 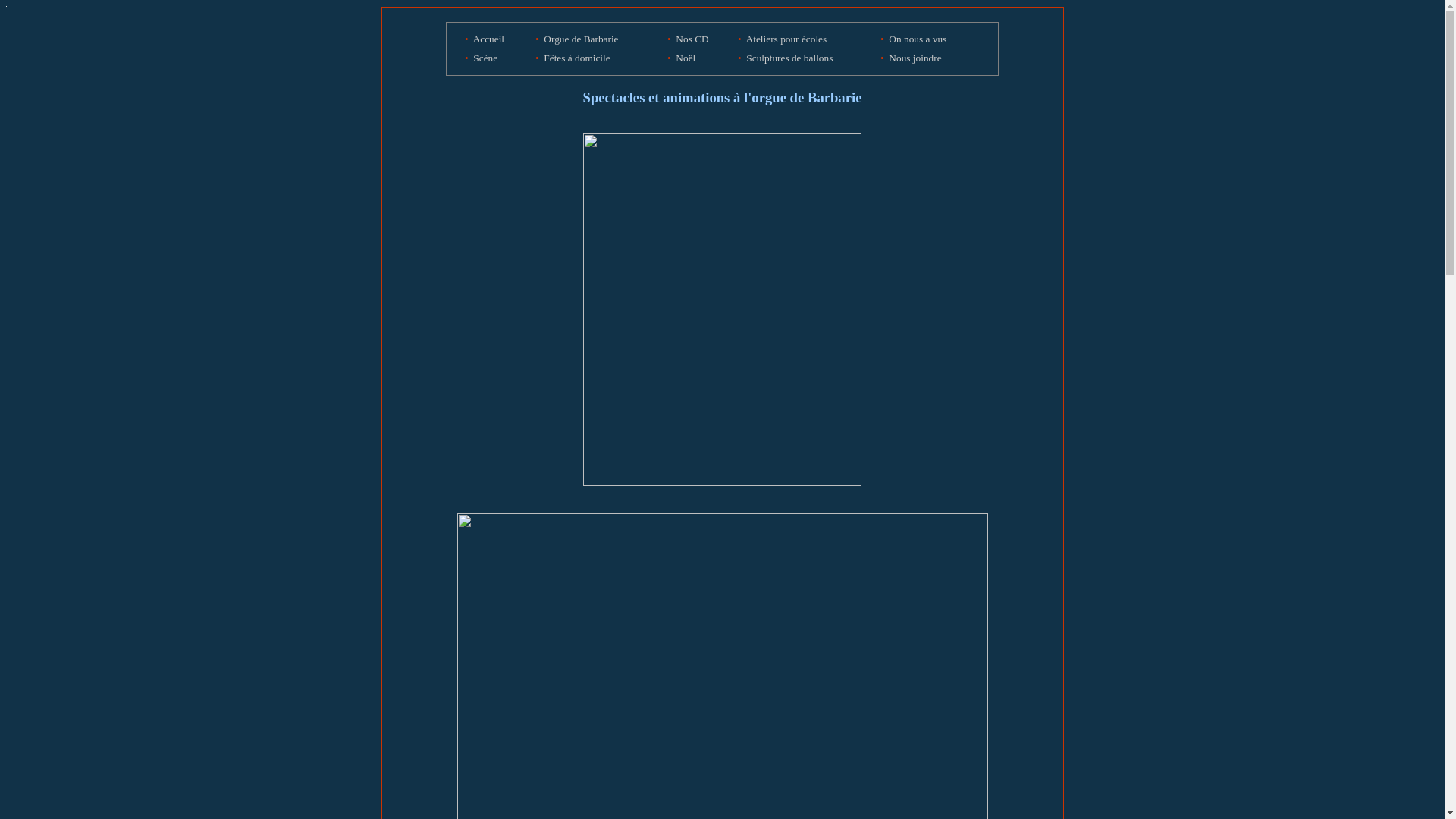 What do you see at coordinates (488, 38) in the screenshot?
I see `'Accueil'` at bounding box center [488, 38].